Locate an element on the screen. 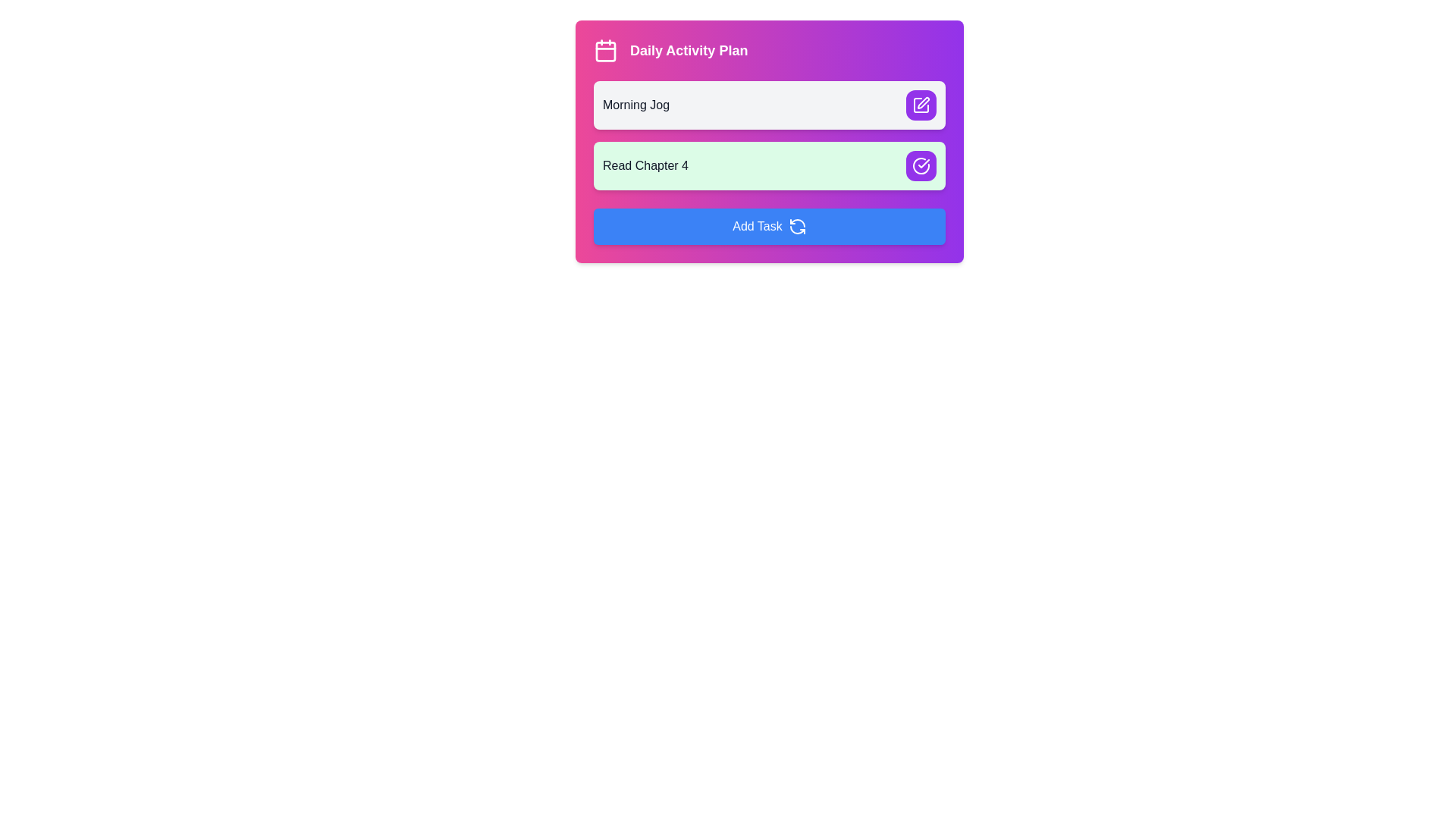 This screenshot has width=1456, height=819. the text label displaying the name of a task in the daily planner interface, located in the upper section above the 'Read Chapter 4' item is located at coordinates (636, 104).